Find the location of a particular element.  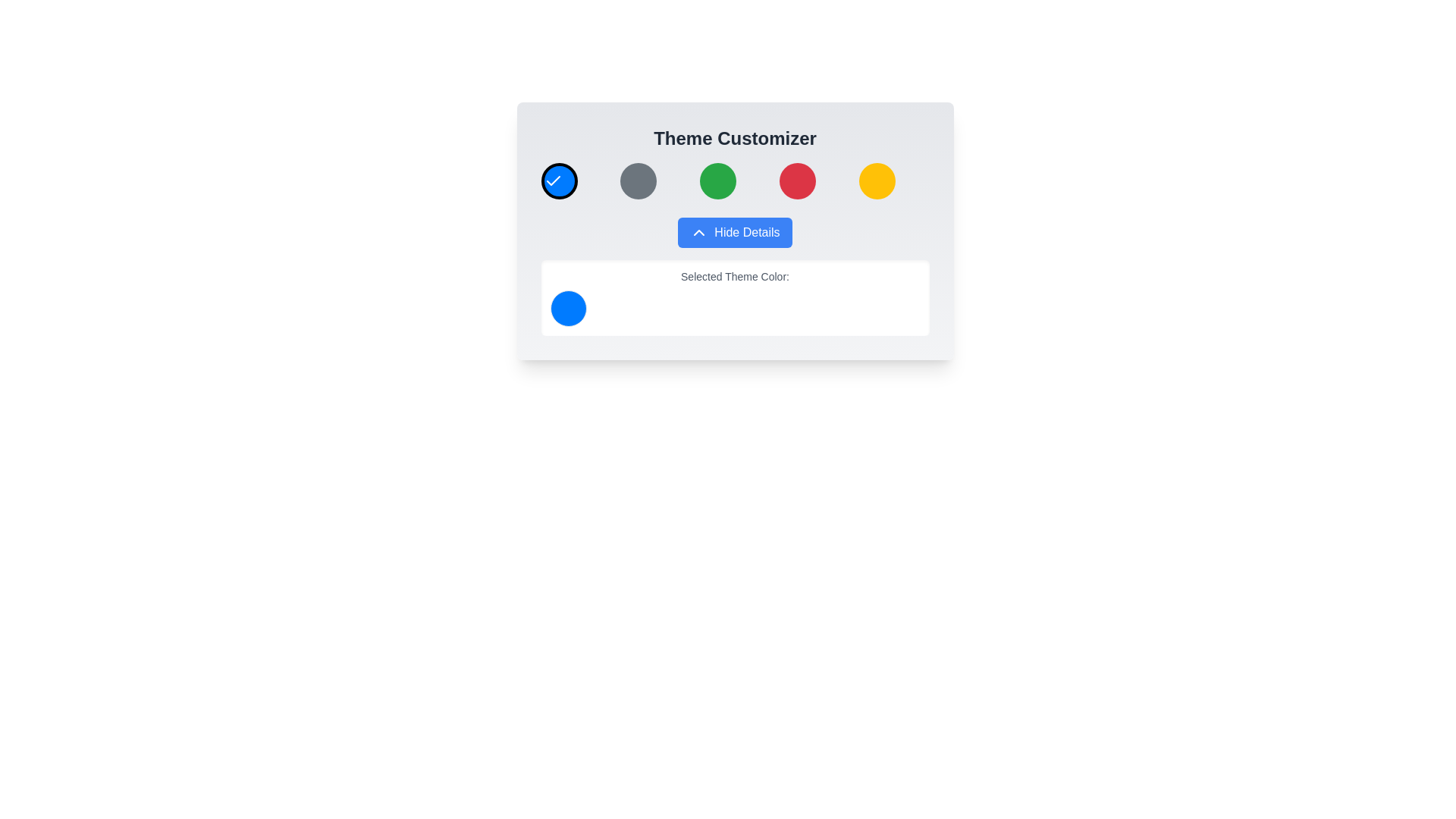

the 'Hide Details' button, which has a blue background and white text, using keyboard inputs is located at coordinates (735, 233).